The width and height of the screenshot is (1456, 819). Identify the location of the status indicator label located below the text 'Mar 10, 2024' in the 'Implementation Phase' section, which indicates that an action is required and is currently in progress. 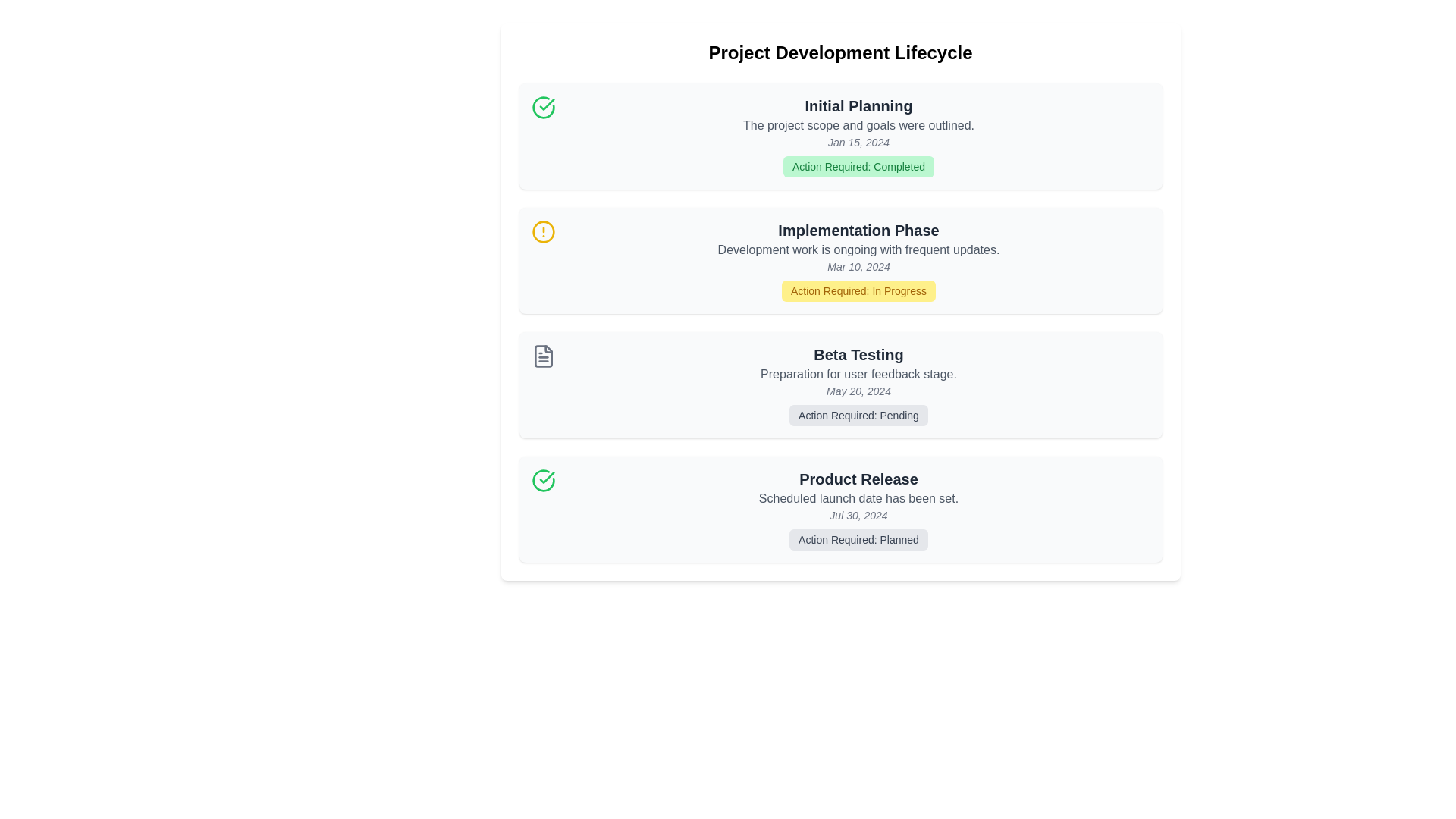
(858, 291).